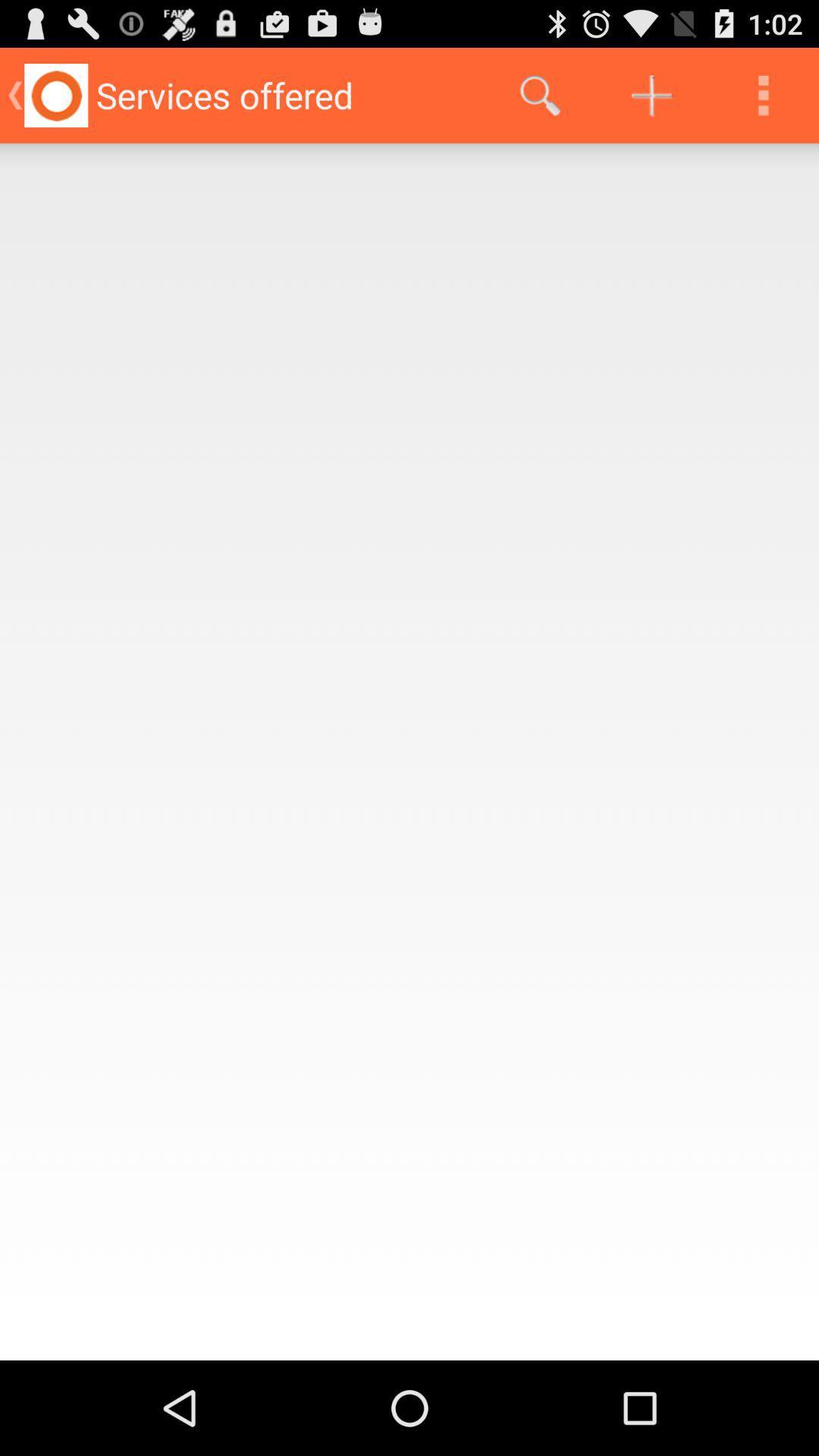 The width and height of the screenshot is (819, 1456). I want to click on the icon at the top, so click(539, 94).